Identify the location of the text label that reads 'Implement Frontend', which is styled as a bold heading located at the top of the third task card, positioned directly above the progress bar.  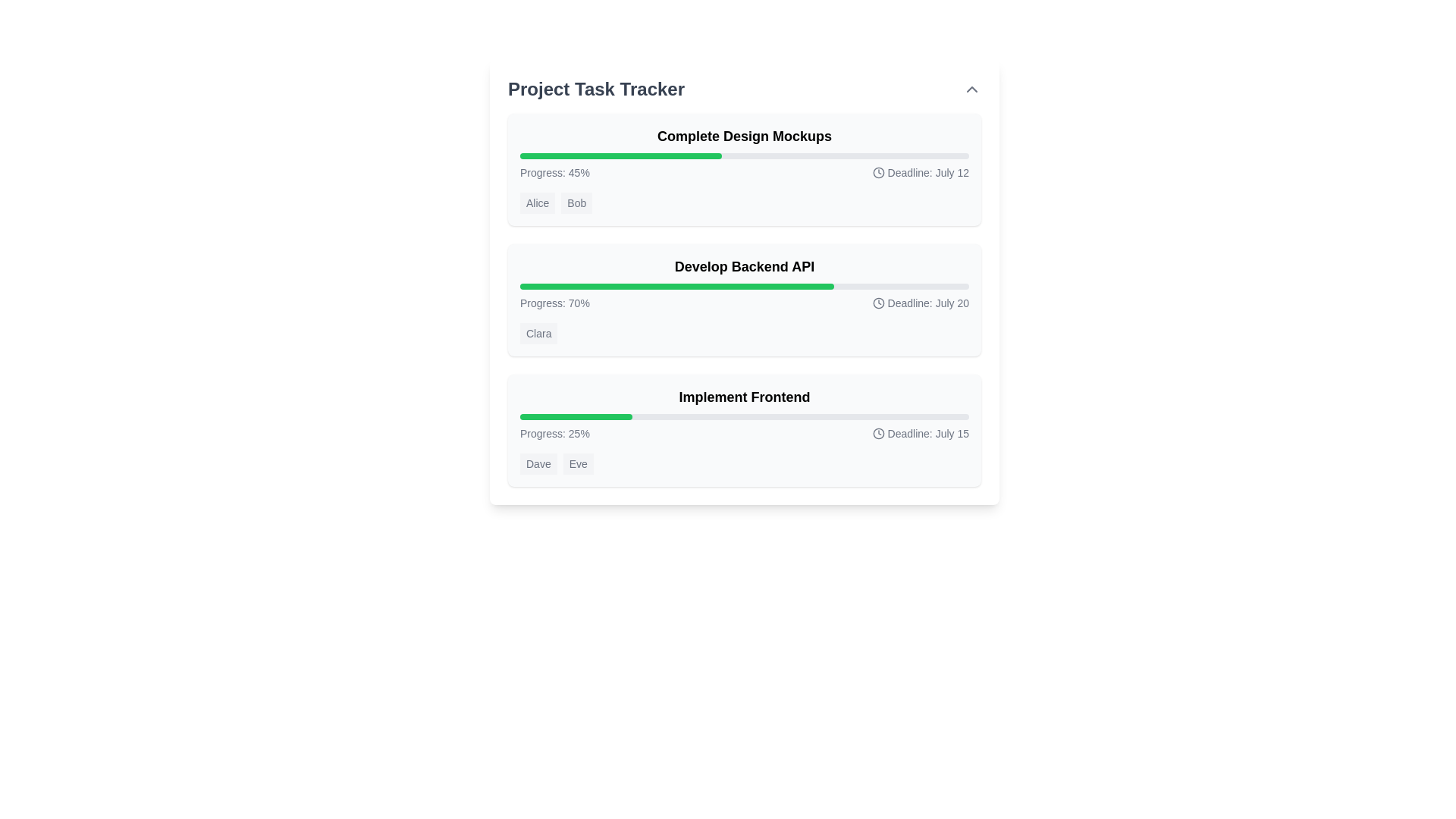
(745, 397).